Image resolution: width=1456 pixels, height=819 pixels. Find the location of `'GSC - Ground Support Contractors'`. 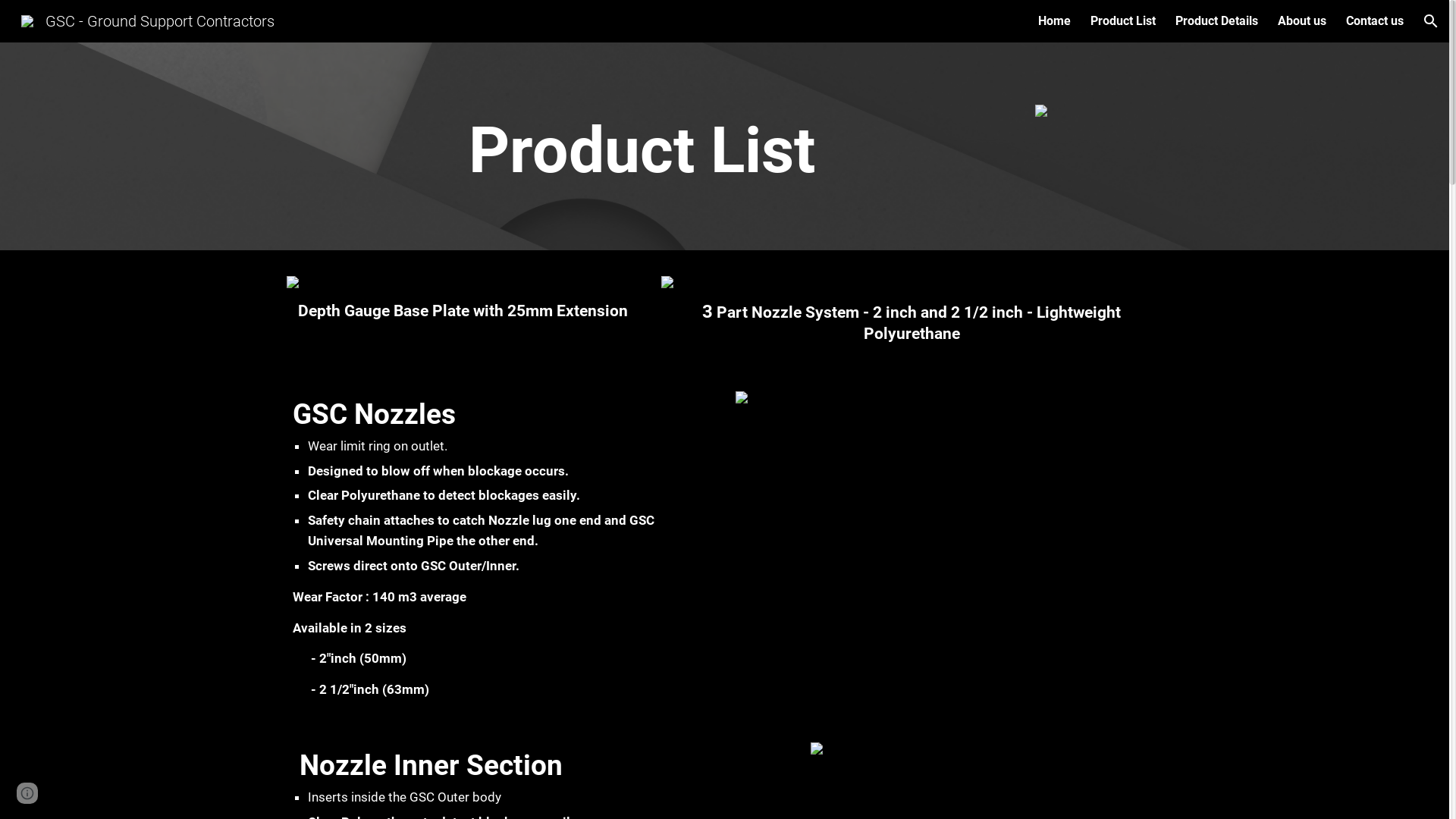

'GSC - Ground Support Contractors' is located at coordinates (148, 20).